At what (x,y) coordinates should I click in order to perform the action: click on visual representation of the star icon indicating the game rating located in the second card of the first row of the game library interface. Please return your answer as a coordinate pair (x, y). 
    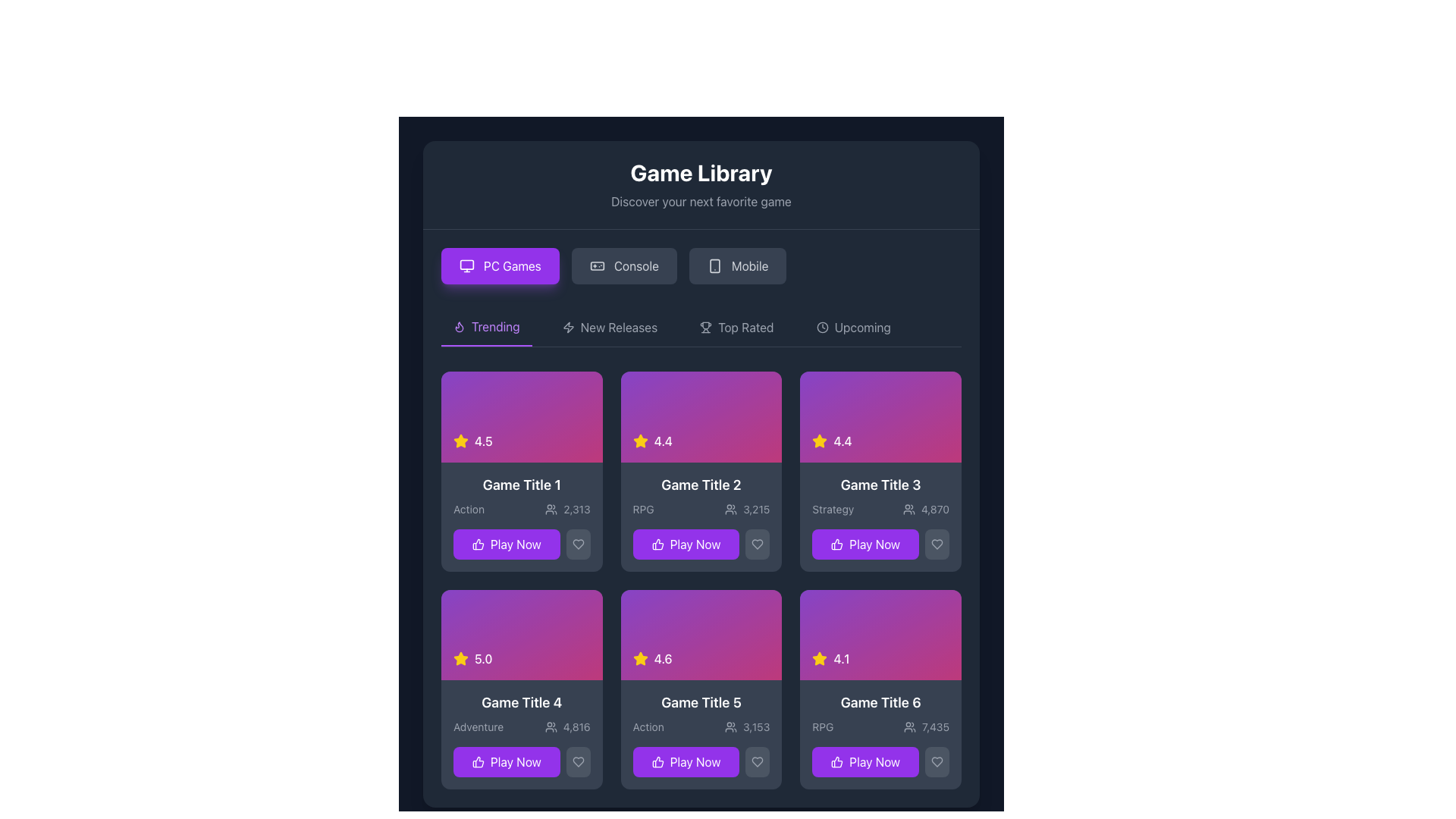
    Looking at the image, I should click on (460, 441).